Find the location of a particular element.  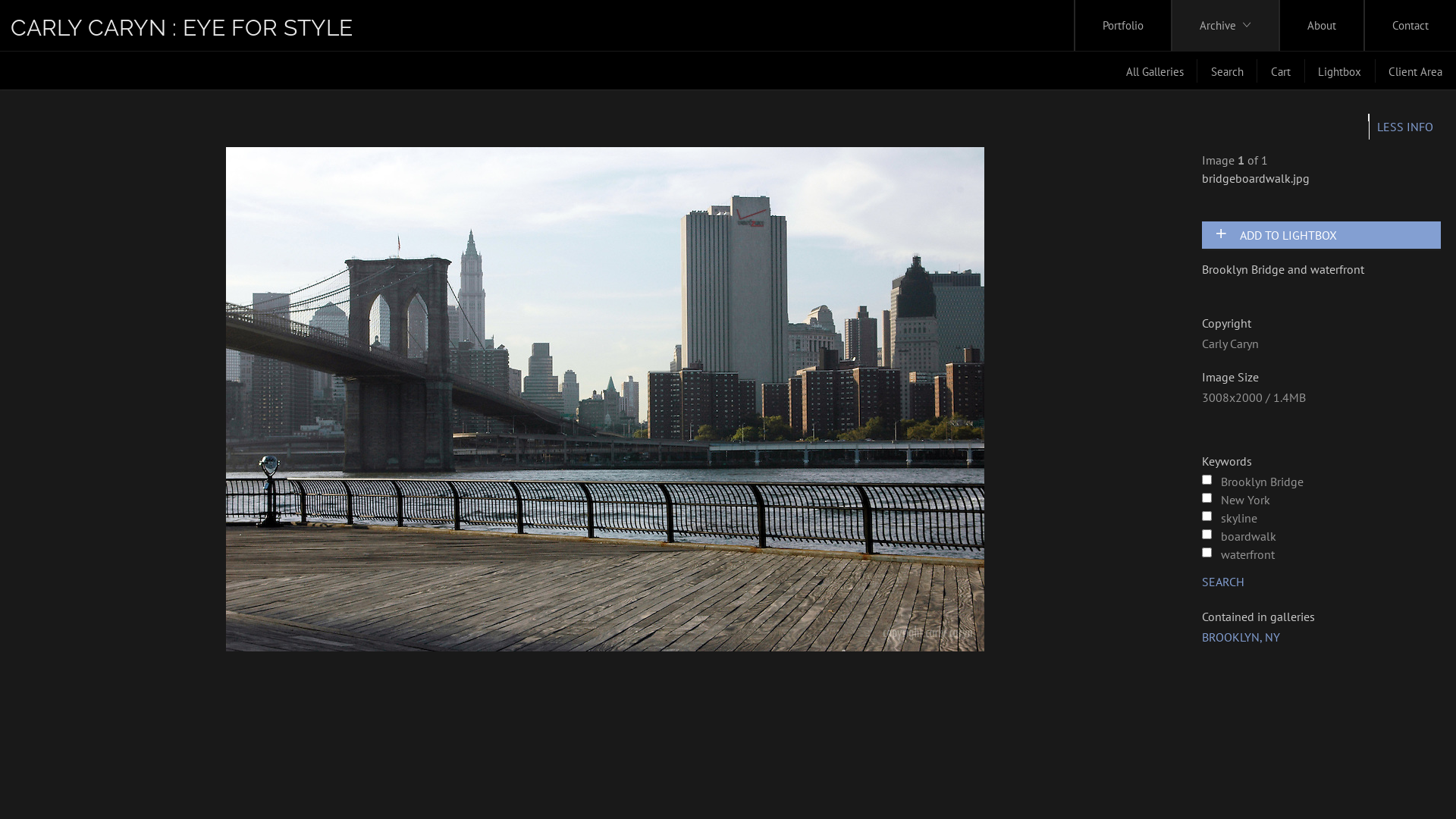

'Portfolio' is located at coordinates (1123, 25).